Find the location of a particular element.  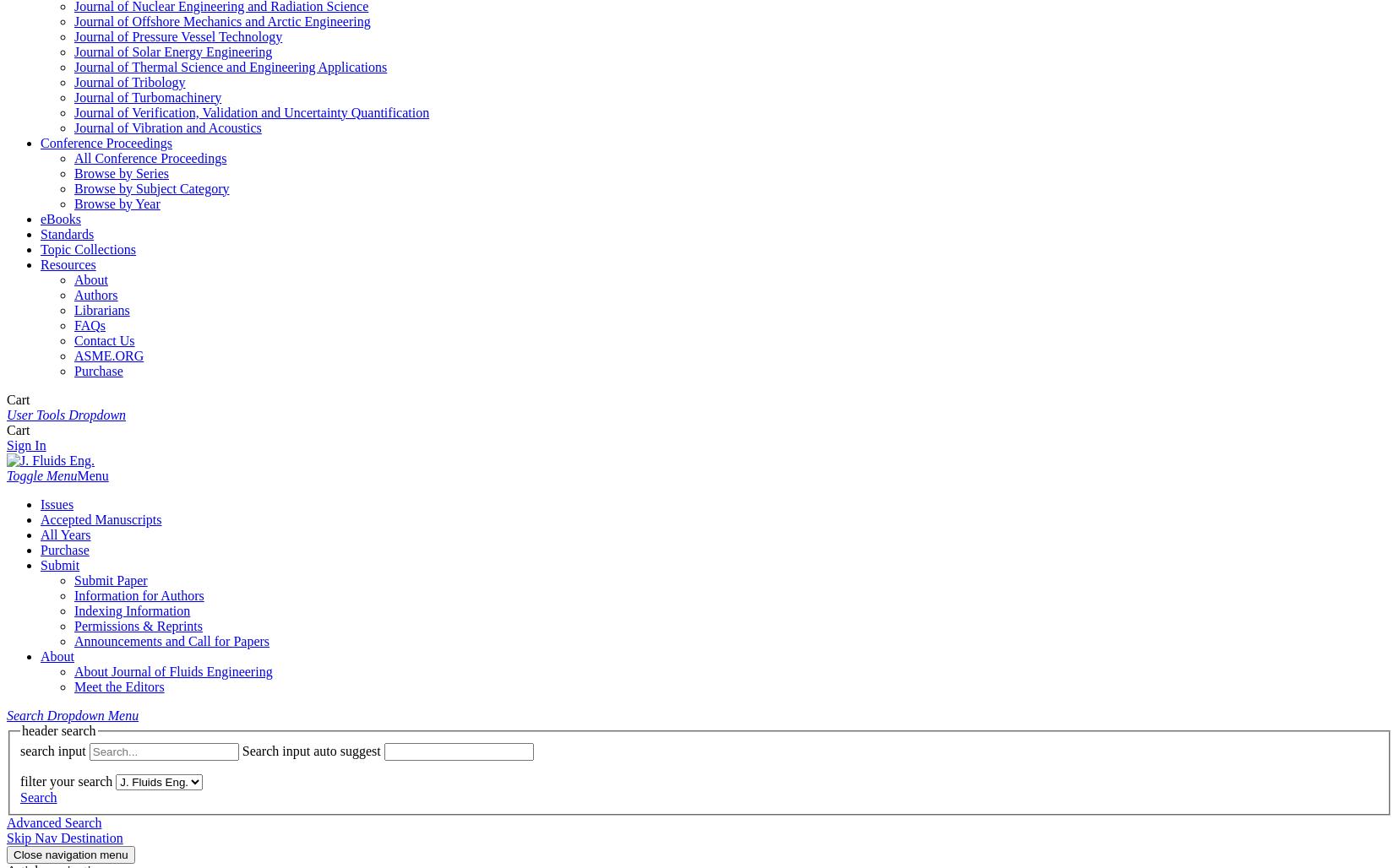

'Journal of Offshore Mechanics and Arctic Engineering' is located at coordinates (221, 20).